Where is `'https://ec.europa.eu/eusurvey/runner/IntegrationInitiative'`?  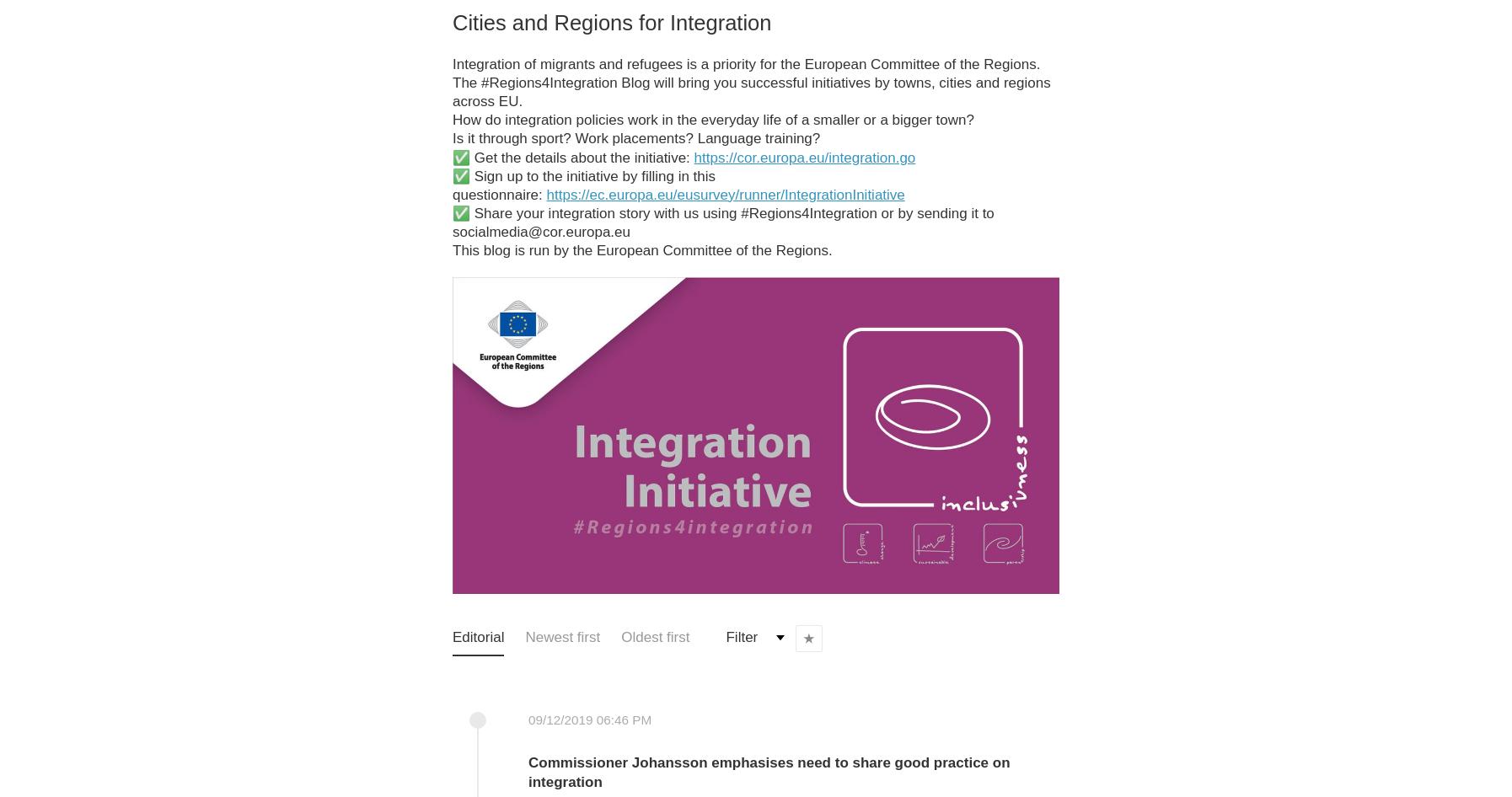 'https://ec.europa.eu/eusurvey/runner/IntegrationInitiative' is located at coordinates (725, 194).